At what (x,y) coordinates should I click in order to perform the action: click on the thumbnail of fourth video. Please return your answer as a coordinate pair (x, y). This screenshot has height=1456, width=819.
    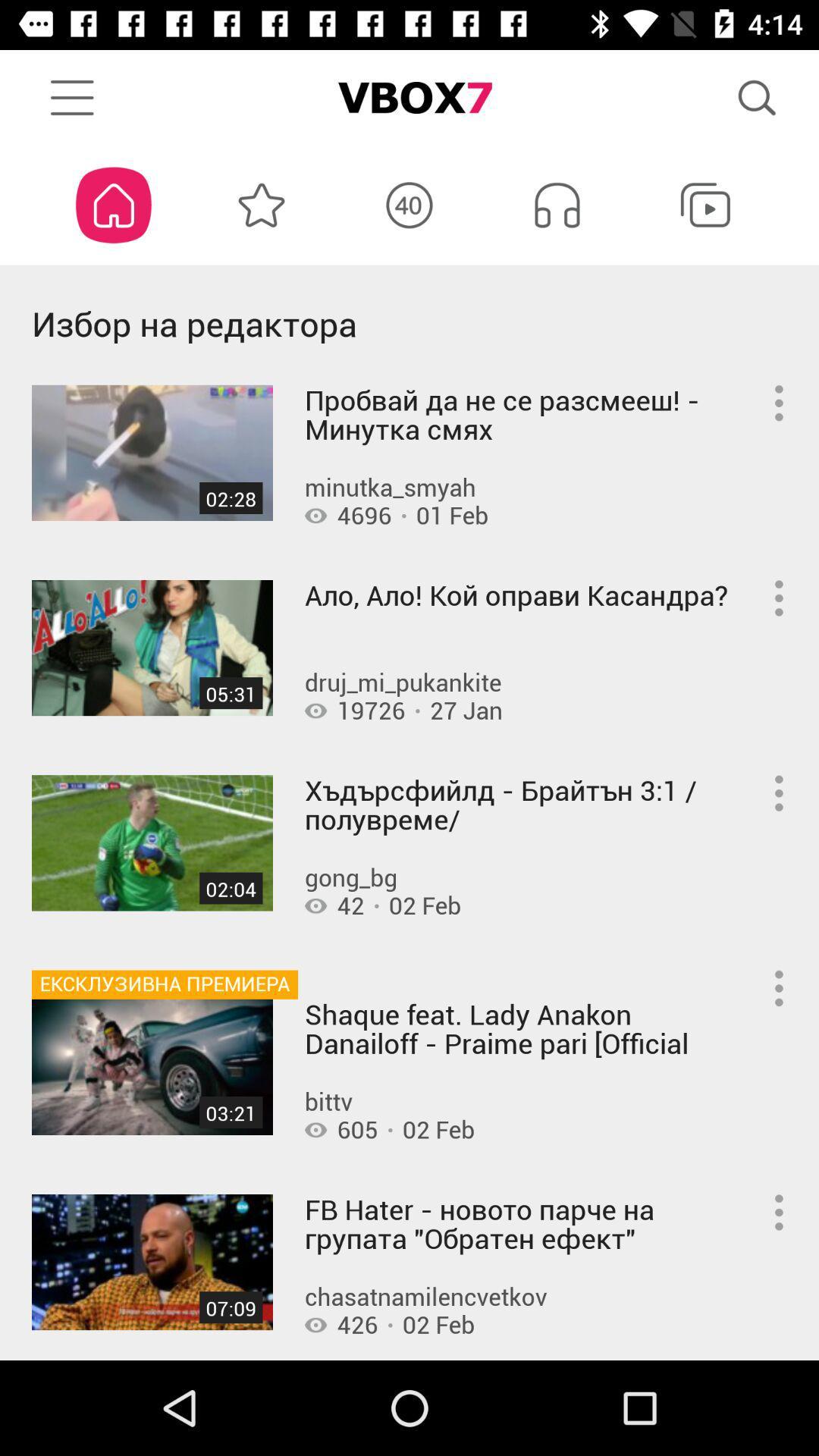
    Looking at the image, I should click on (152, 1066).